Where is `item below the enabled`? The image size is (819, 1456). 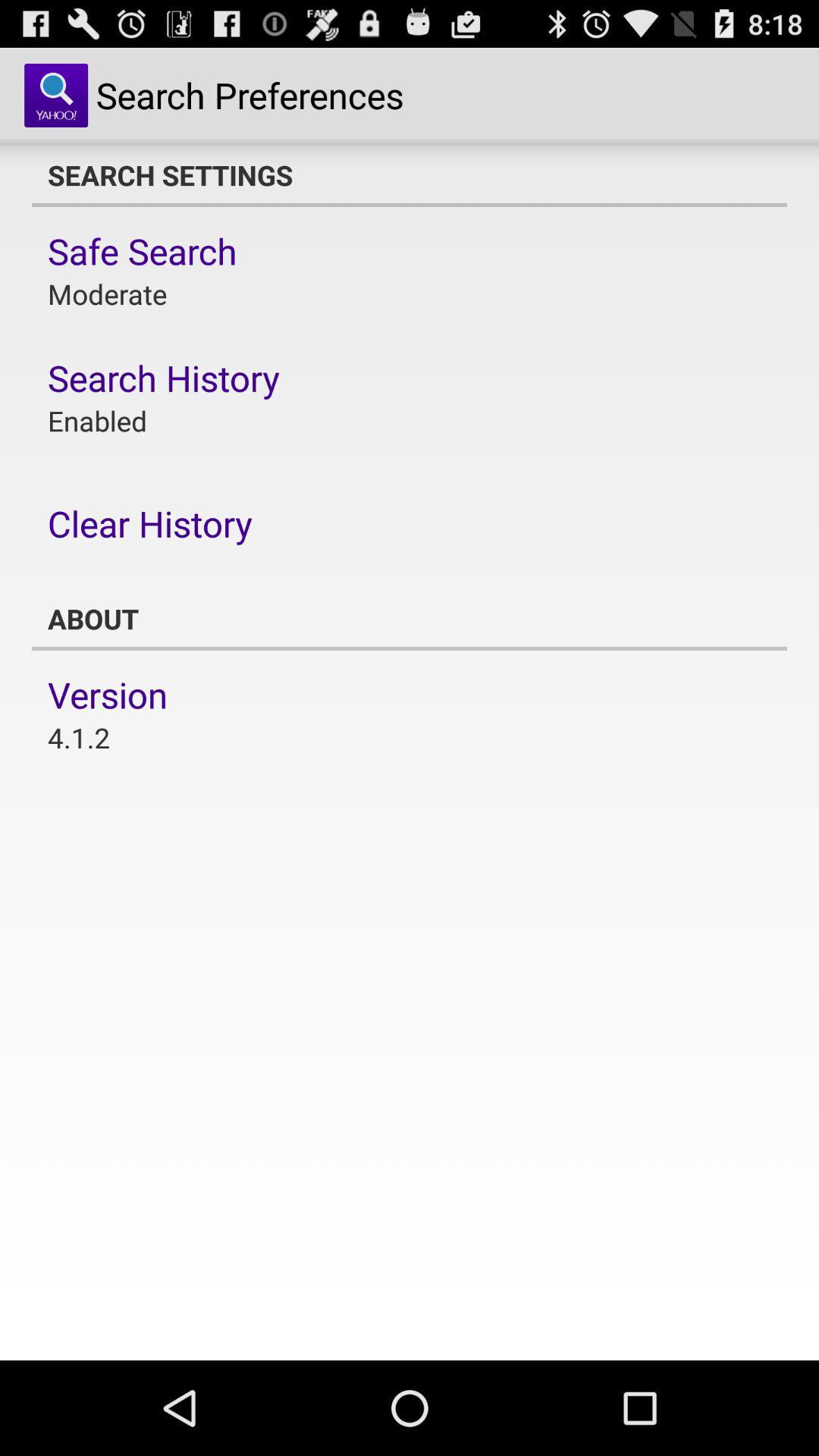
item below the enabled is located at coordinates (149, 523).